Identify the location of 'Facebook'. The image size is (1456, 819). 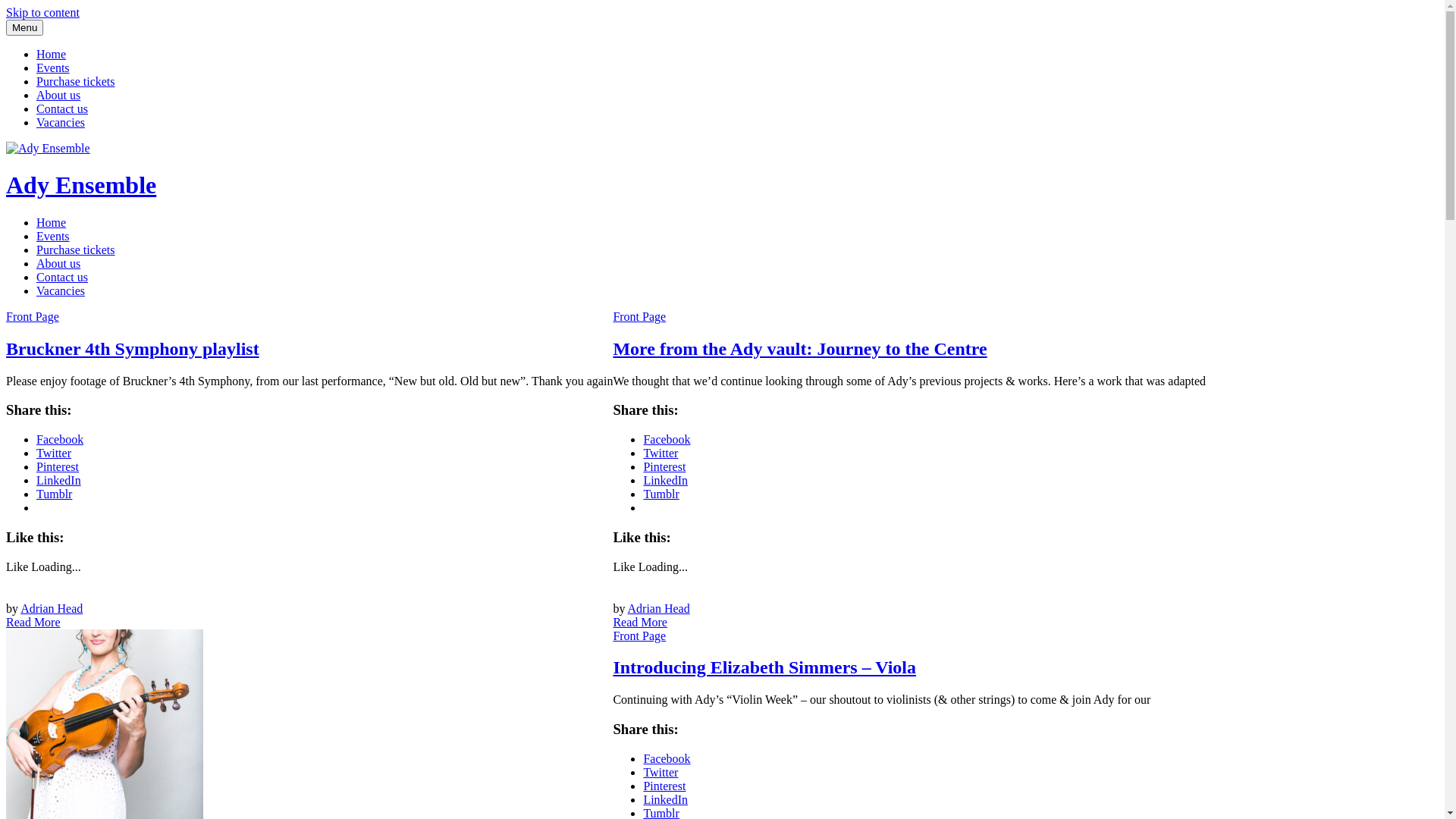
(643, 439).